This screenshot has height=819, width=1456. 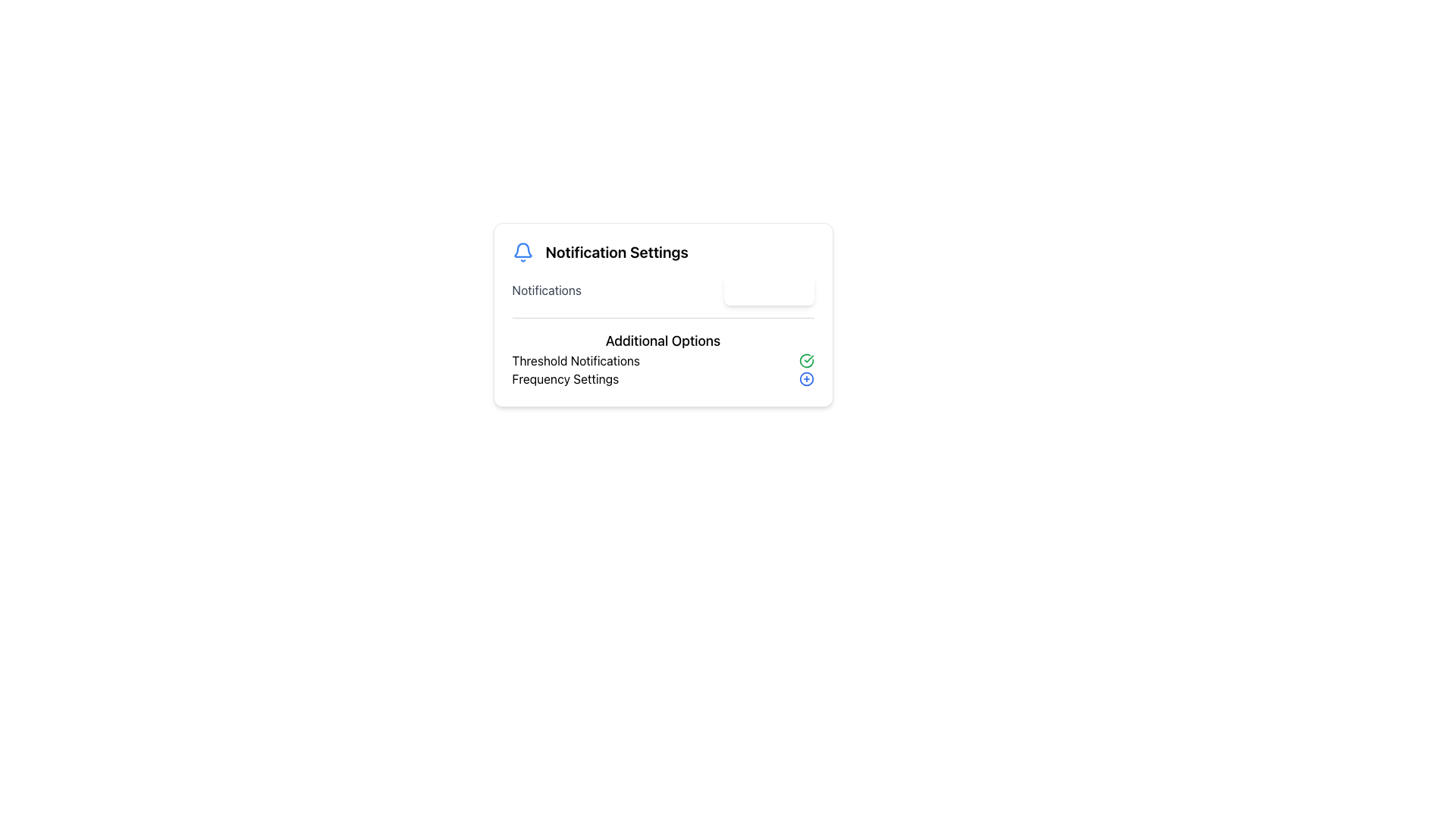 What do you see at coordinates (805, 378) in the screenshot?
I see `the circular SVG graphical element that serves as a background for the 'plus' icon, located at the bottom-right section of the interface, next to the 'Frequency Settings' label` at bounding box center [805, 378].